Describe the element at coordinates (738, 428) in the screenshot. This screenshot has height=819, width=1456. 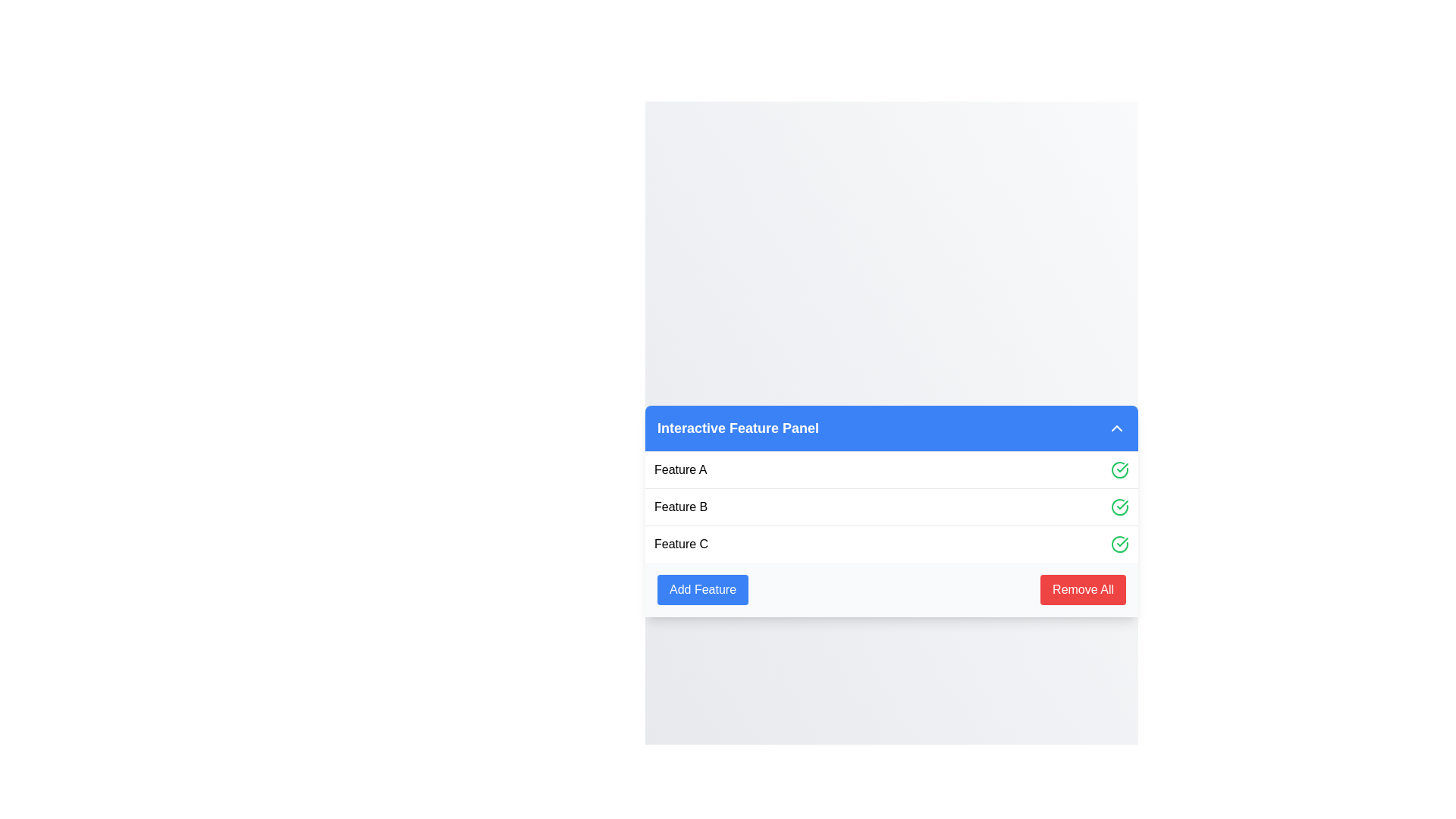
I see `text label that serves as the title or heading for the feature panel, positioned on the left side of the blue header bar` at that location.